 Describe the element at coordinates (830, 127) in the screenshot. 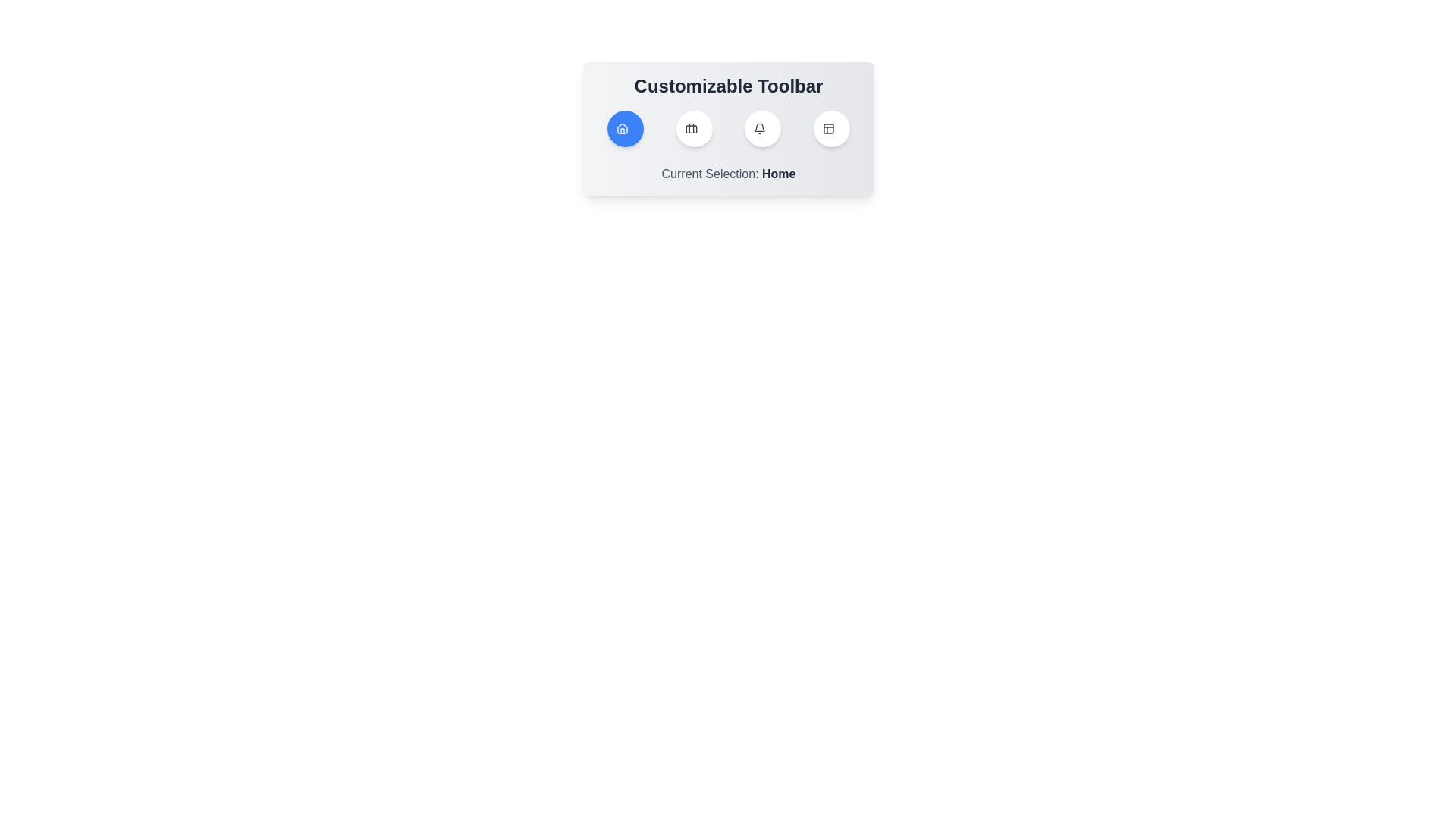

I see `the fifth circular icon with a white background and gray border in the customizable toolbar` at that location.